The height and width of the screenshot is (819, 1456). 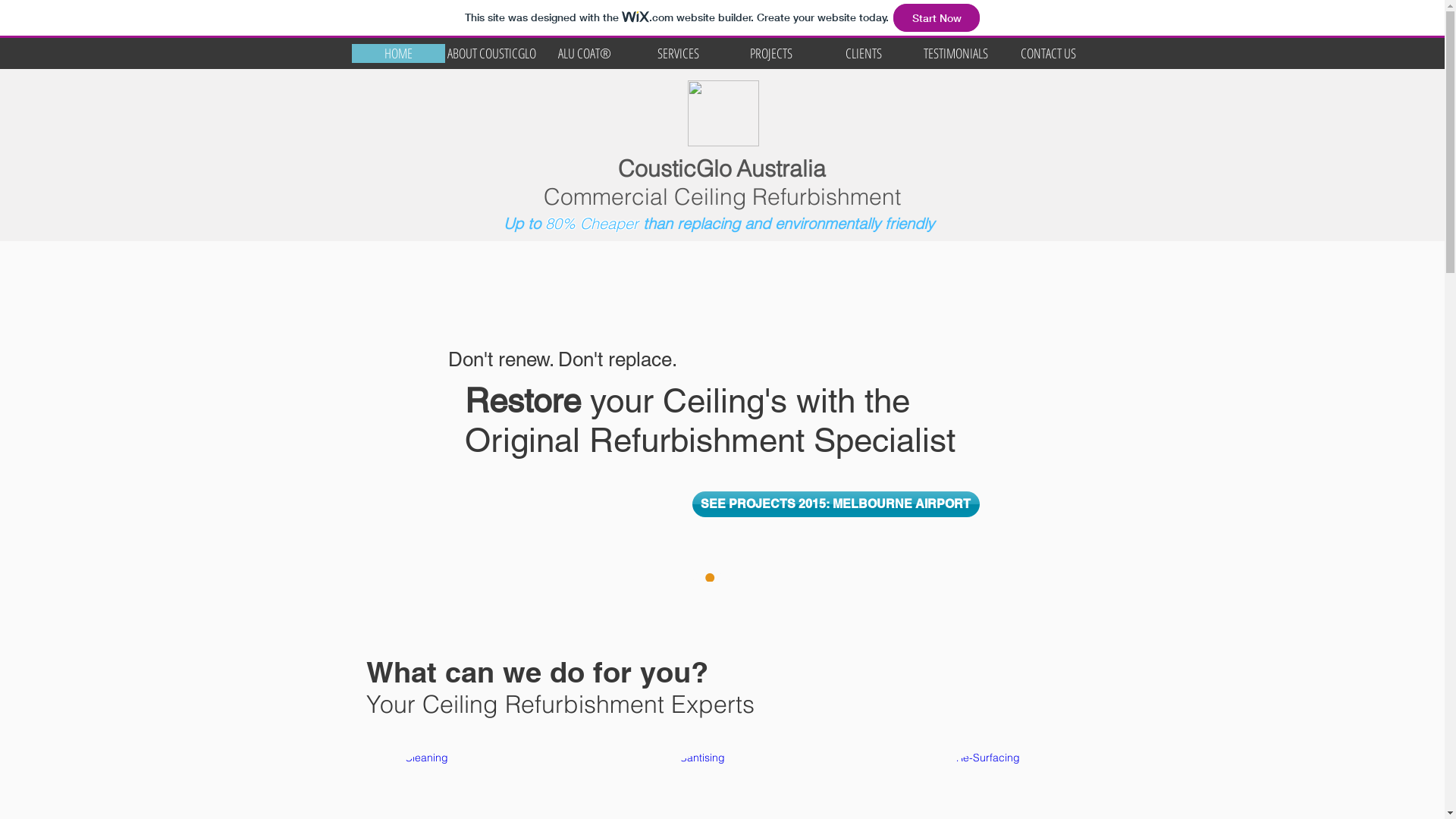 What do you see at coordinates (491, 52) in the screenshot?
I see `'ABOUT COUSTICGLO'` at bounding box center [491, 52].